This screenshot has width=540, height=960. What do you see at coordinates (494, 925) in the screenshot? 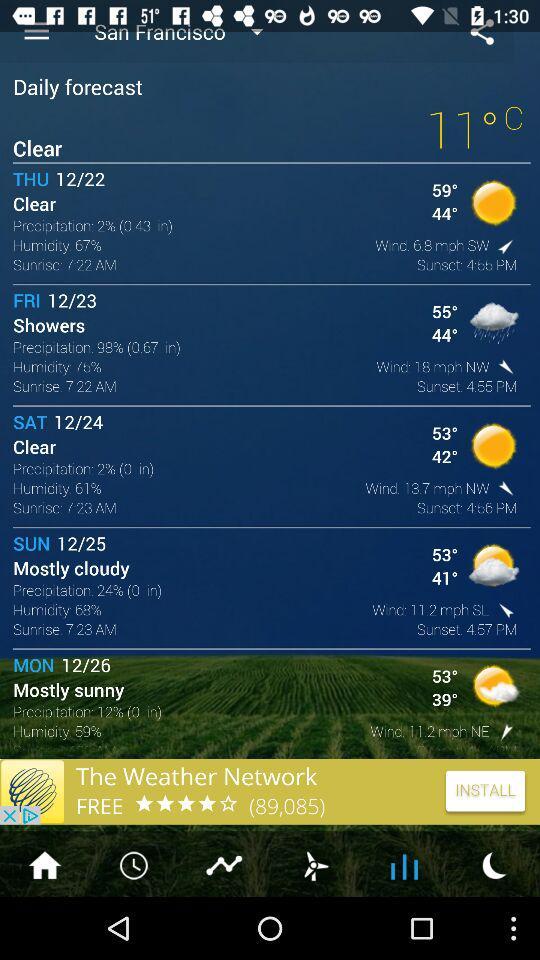
I see `the weather icon` at bounding box center [494, 925].